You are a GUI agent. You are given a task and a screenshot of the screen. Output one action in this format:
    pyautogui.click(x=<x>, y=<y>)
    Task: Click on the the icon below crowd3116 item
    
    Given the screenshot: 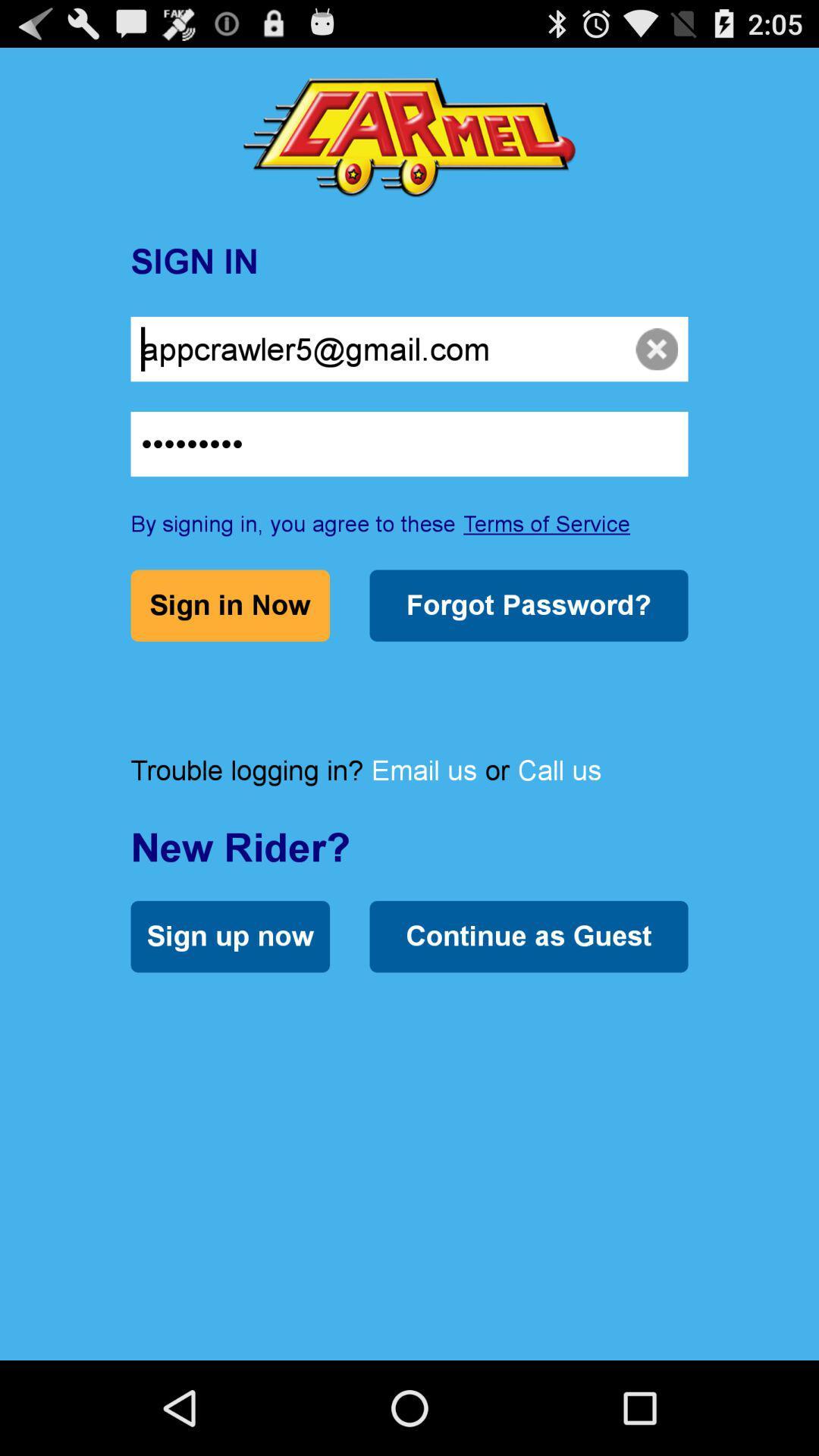 What is the action you would take?
    pyautogui.click(x=547, y=523)
    